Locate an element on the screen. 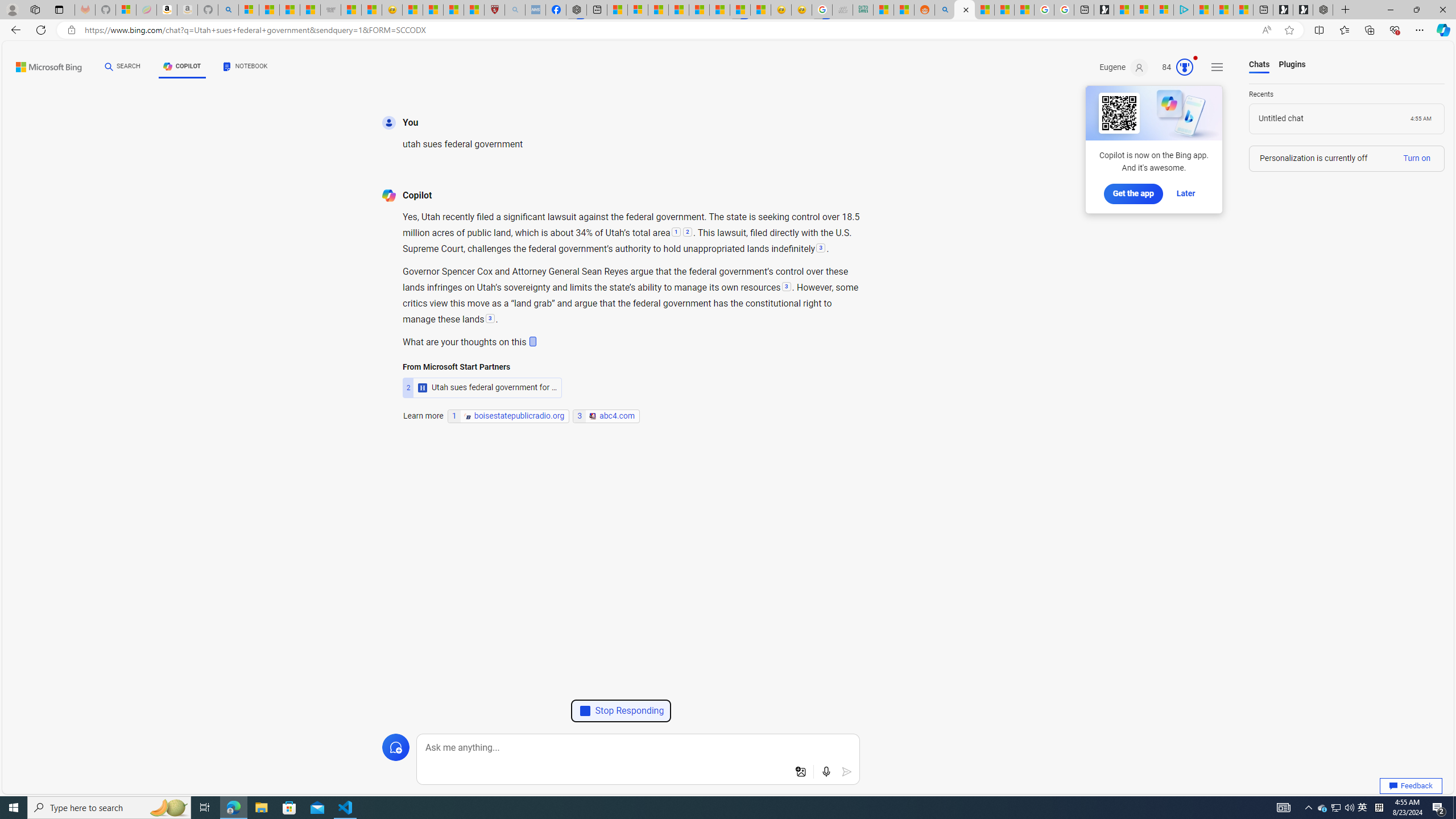 This screenshot has width=1456, height=819. 'Settings and quick links' is located at coordinates (1217, 67).